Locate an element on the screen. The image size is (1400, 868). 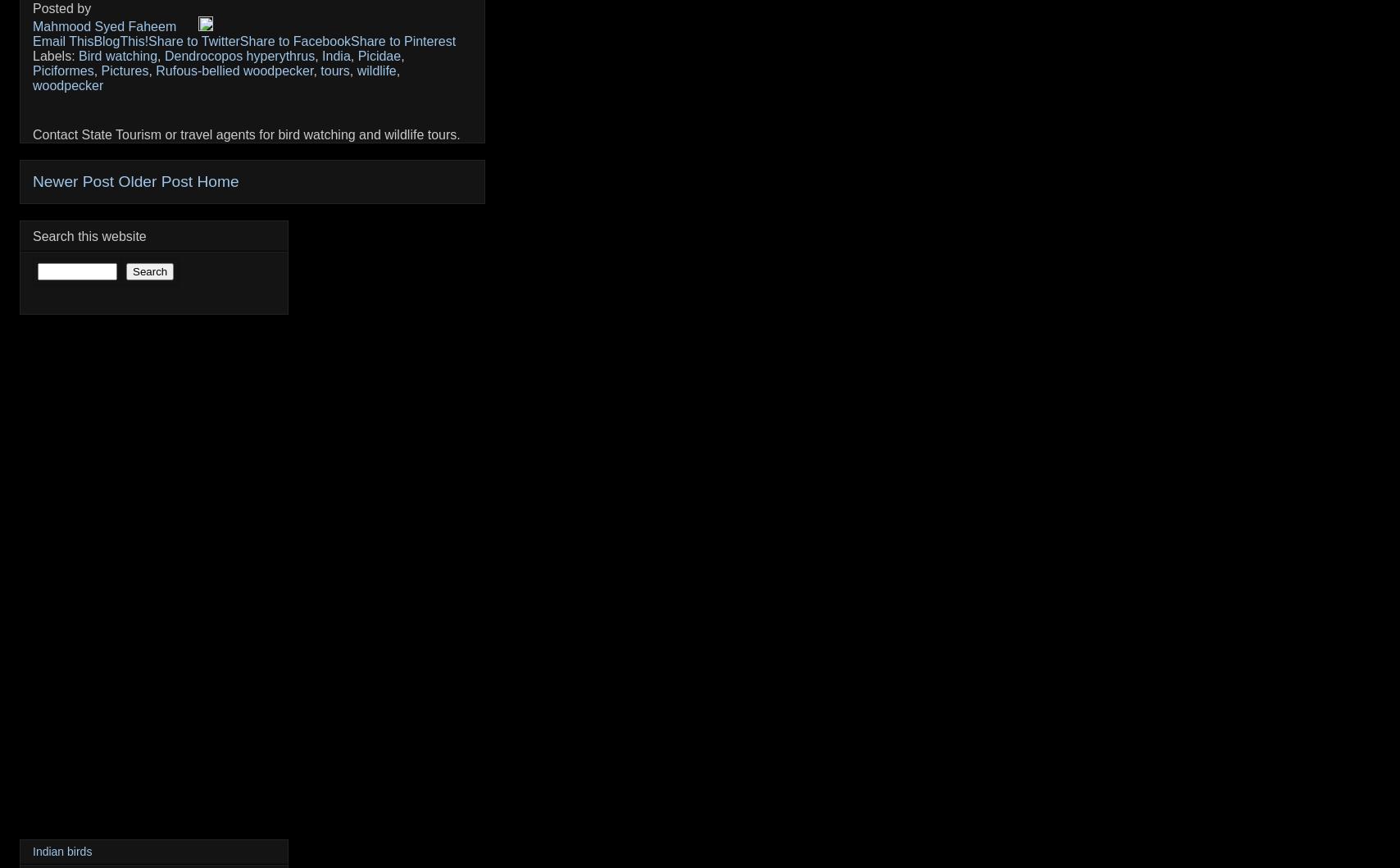
'Labels:' is located at coordinates (55, 56).